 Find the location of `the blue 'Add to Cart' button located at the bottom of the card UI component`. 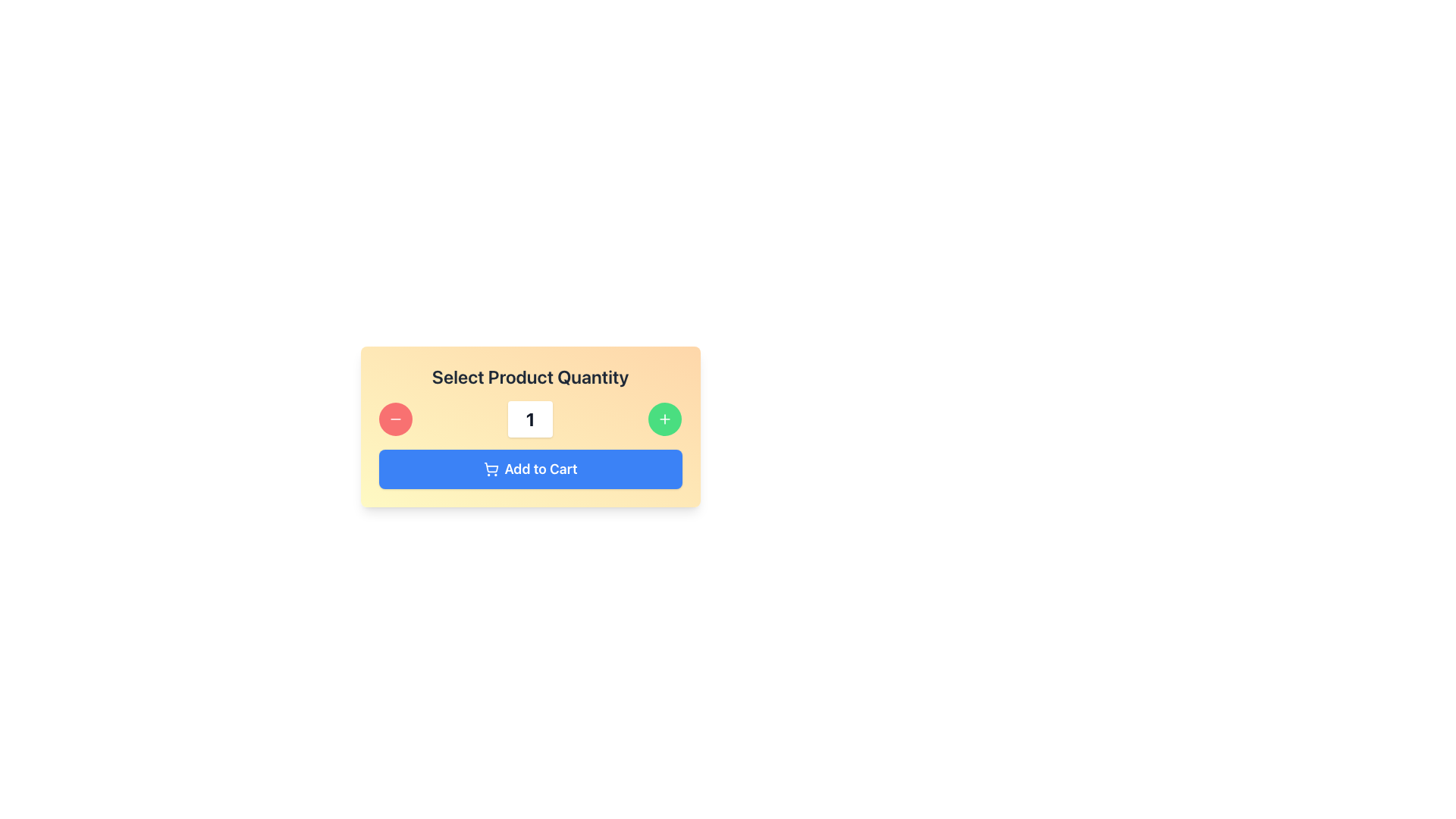

the blue 'Add to Cart' button located at the bottom of the card UI component is located at coordinates (530, 468).